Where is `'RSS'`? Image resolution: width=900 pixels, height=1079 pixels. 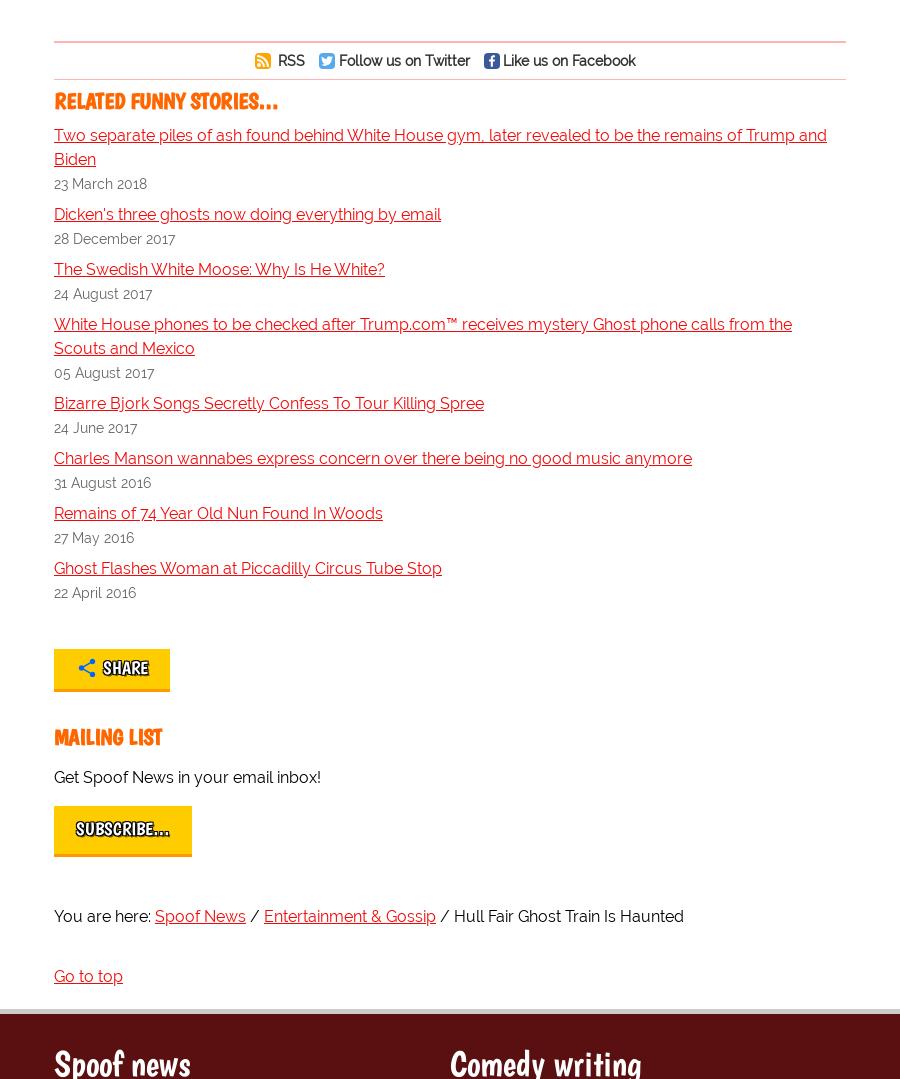 'RSS' is located at coordinates (288, 59).